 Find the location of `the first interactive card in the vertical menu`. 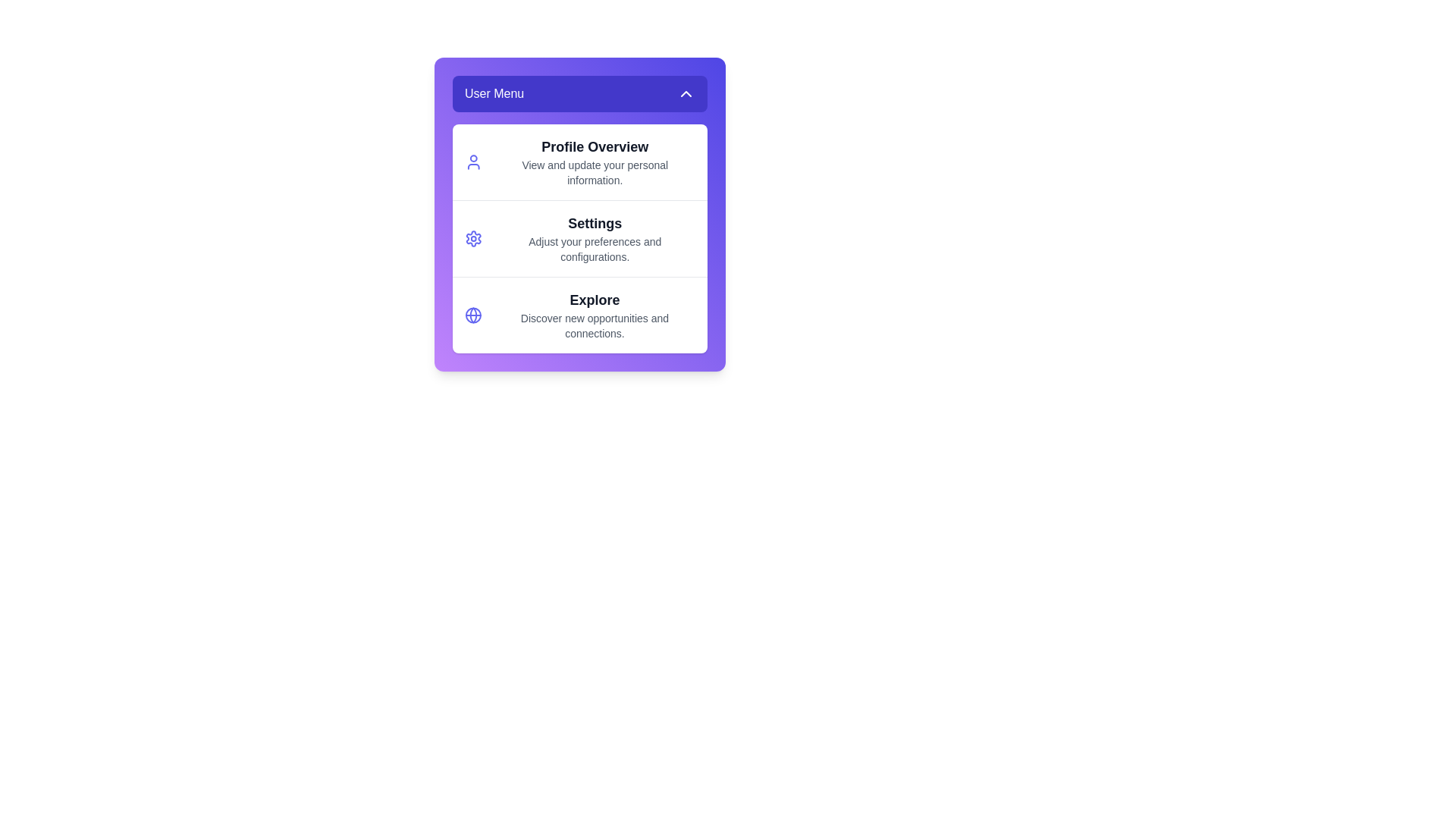

the first interactive card in the vertical menu is located at coordinates (579, 162).